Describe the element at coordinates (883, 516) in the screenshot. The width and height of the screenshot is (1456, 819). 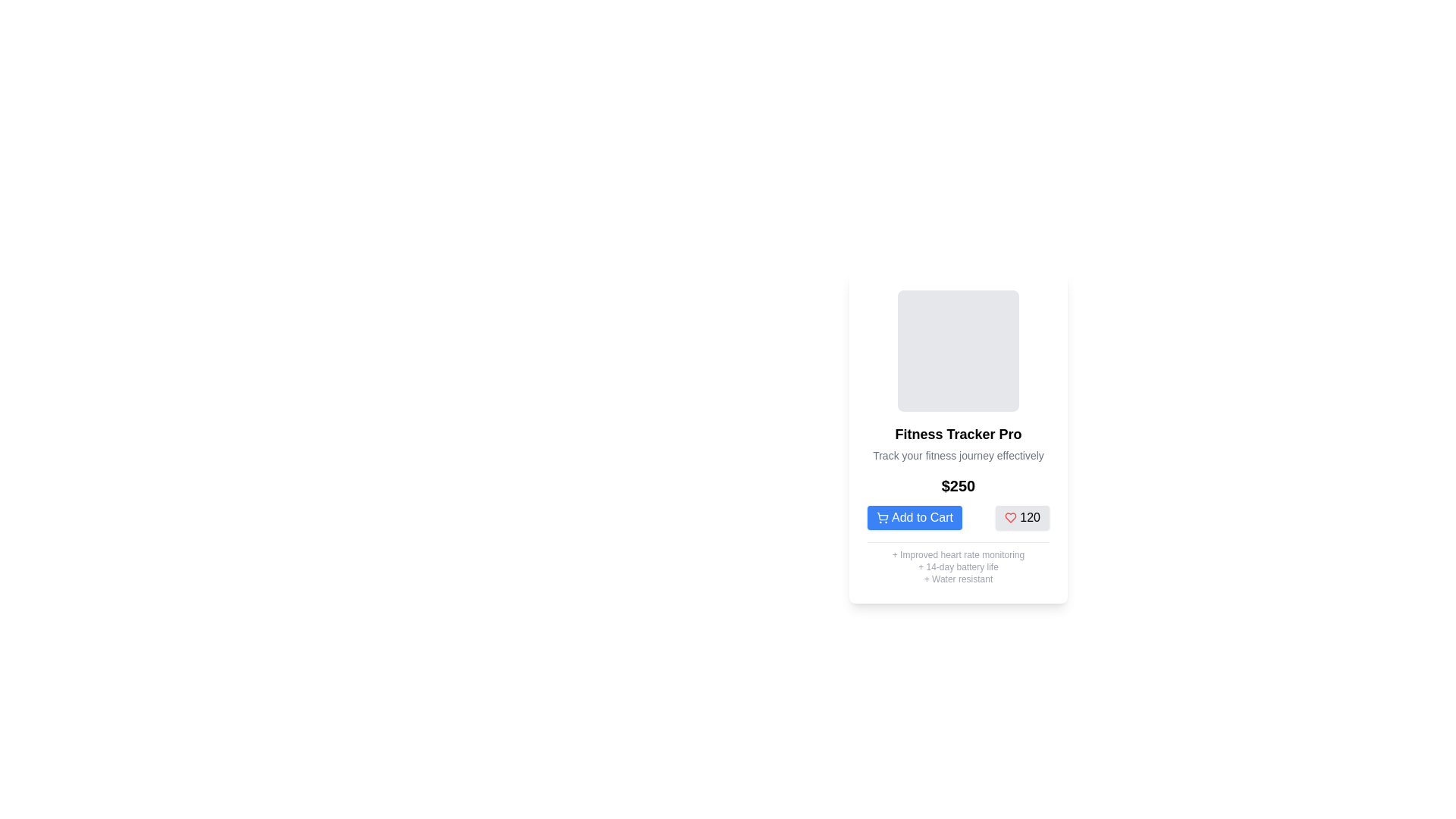
I see `the shopping cart body icon within the 'Add to Cart' button, which visually indicates the 'Add to Cart' interaction` at that location.